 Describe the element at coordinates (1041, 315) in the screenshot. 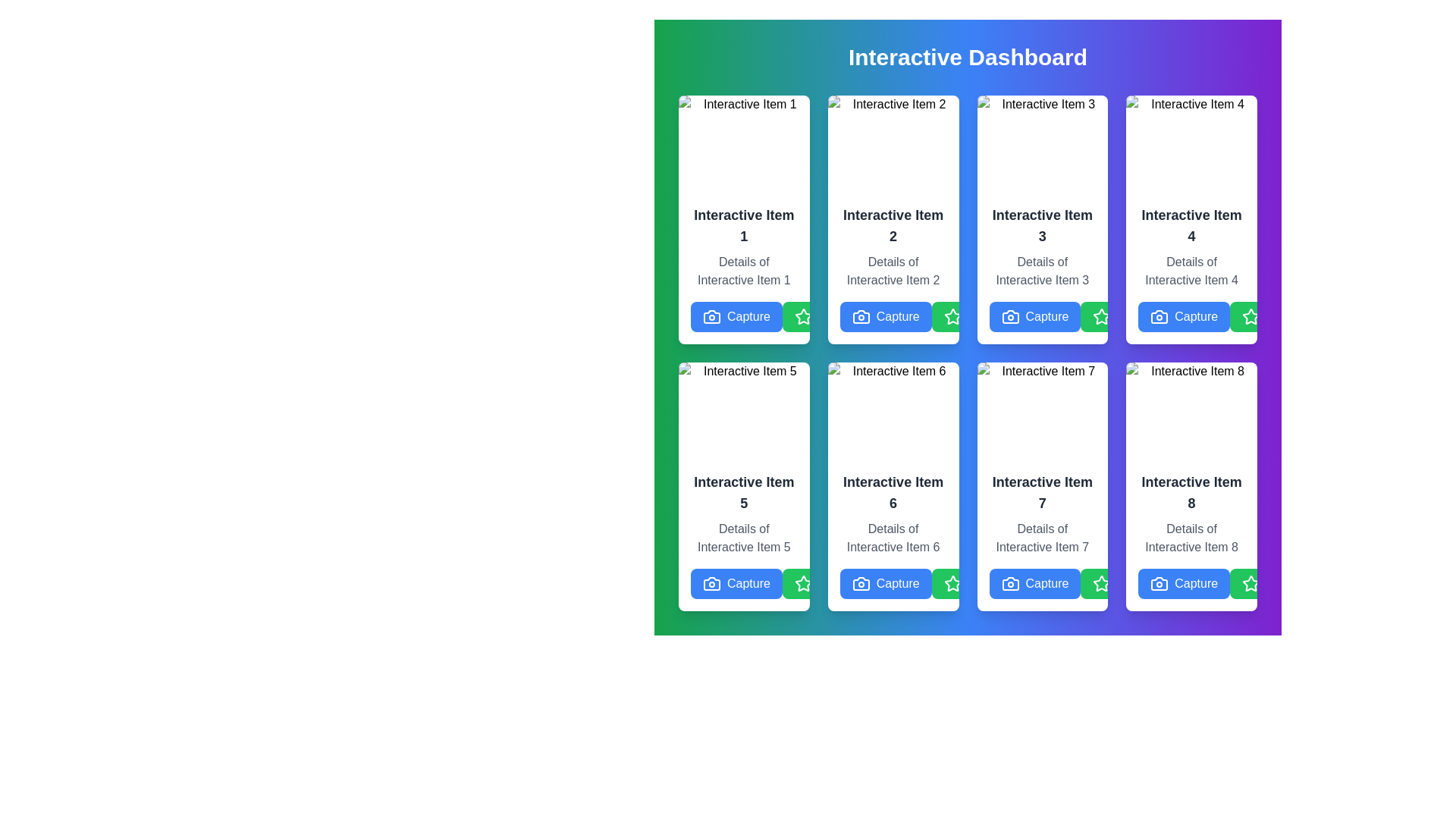

I see `the 'Capture' button, which is a blue rectangular button with white text and a camera icon` at that location.